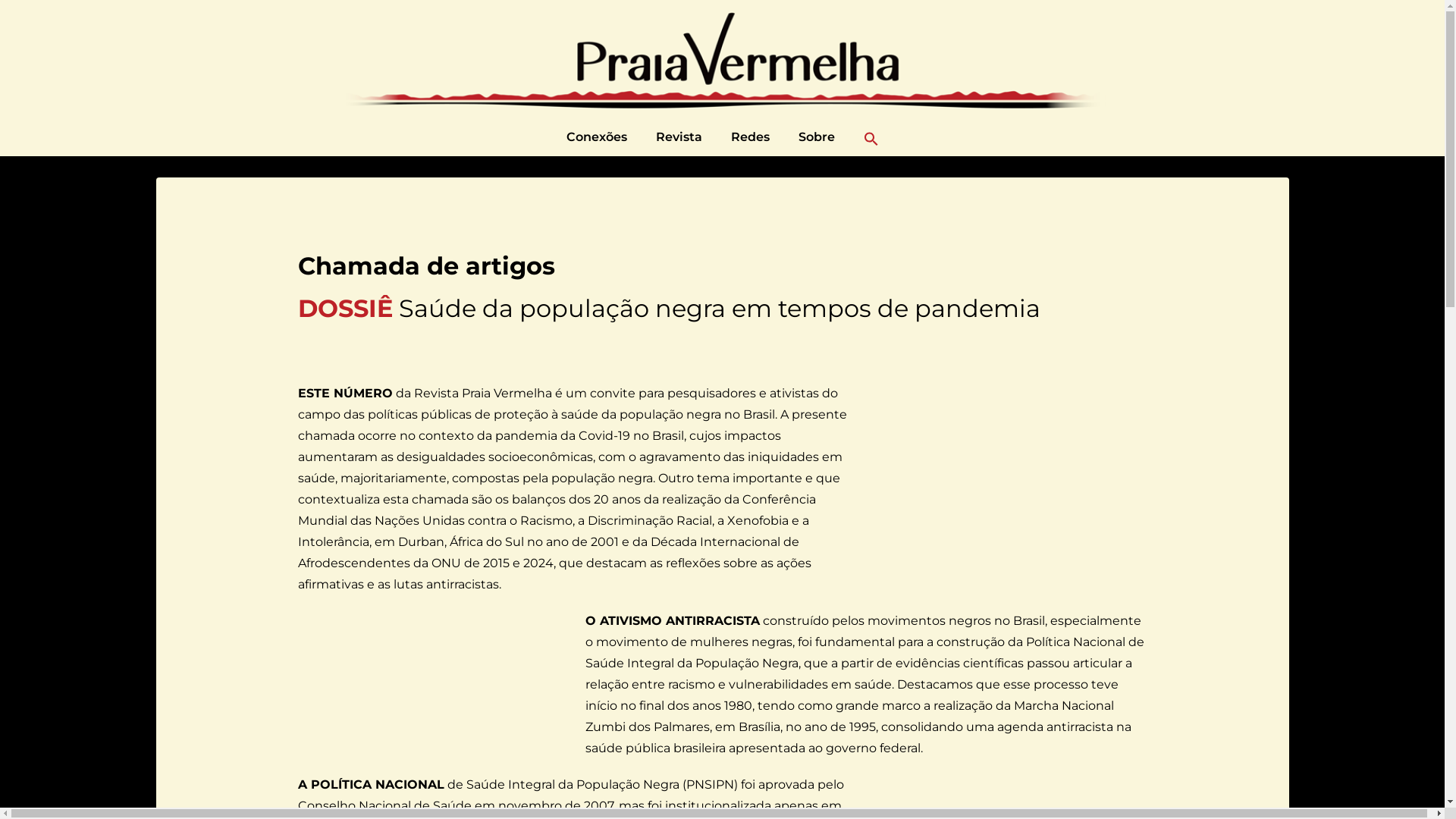  I want to click on 'Sobre', so click(783, 137).